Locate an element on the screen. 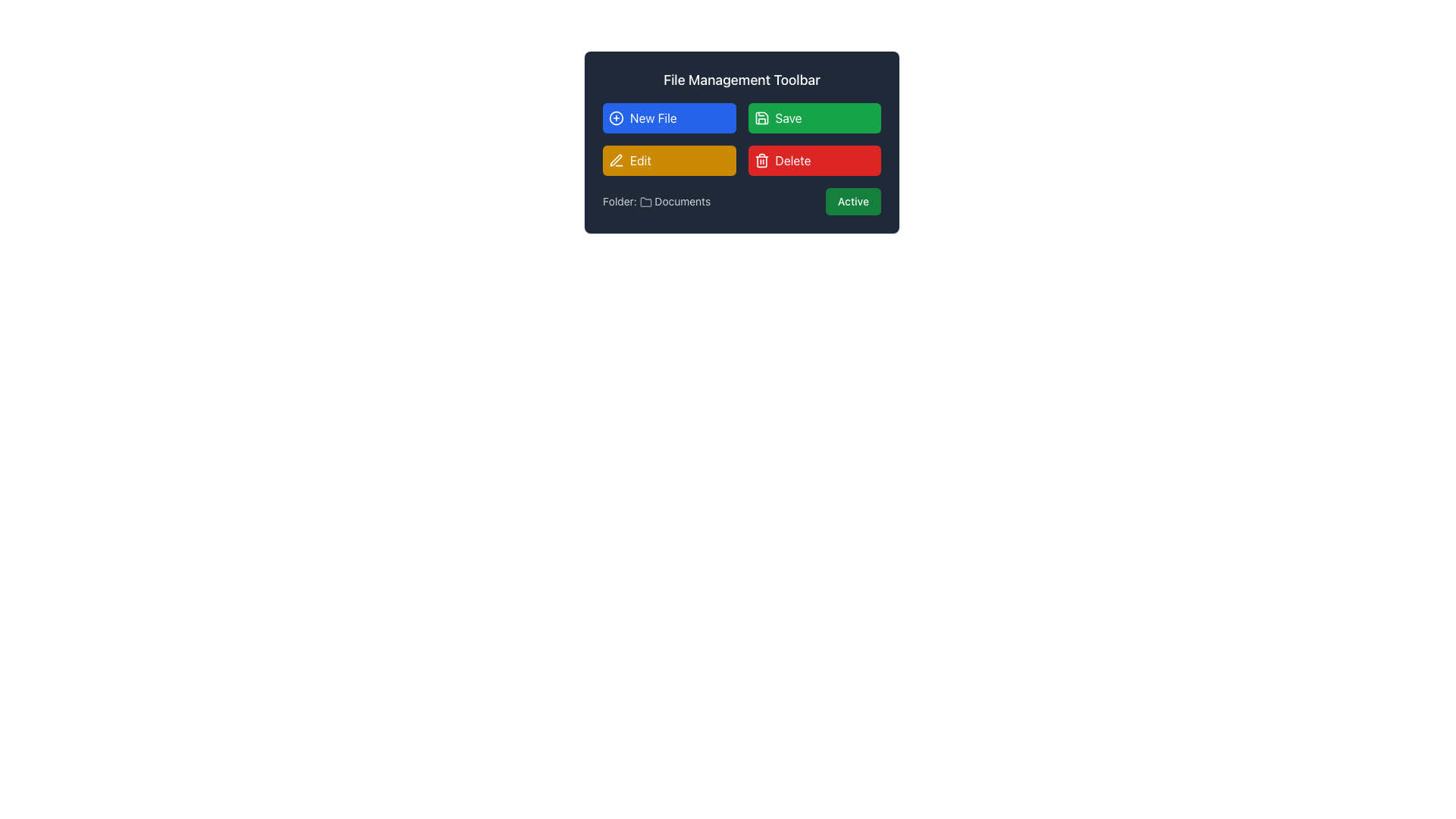  the active status button located to the far right of the 'Folder: Documents' text is located at coordinates (853, 201).